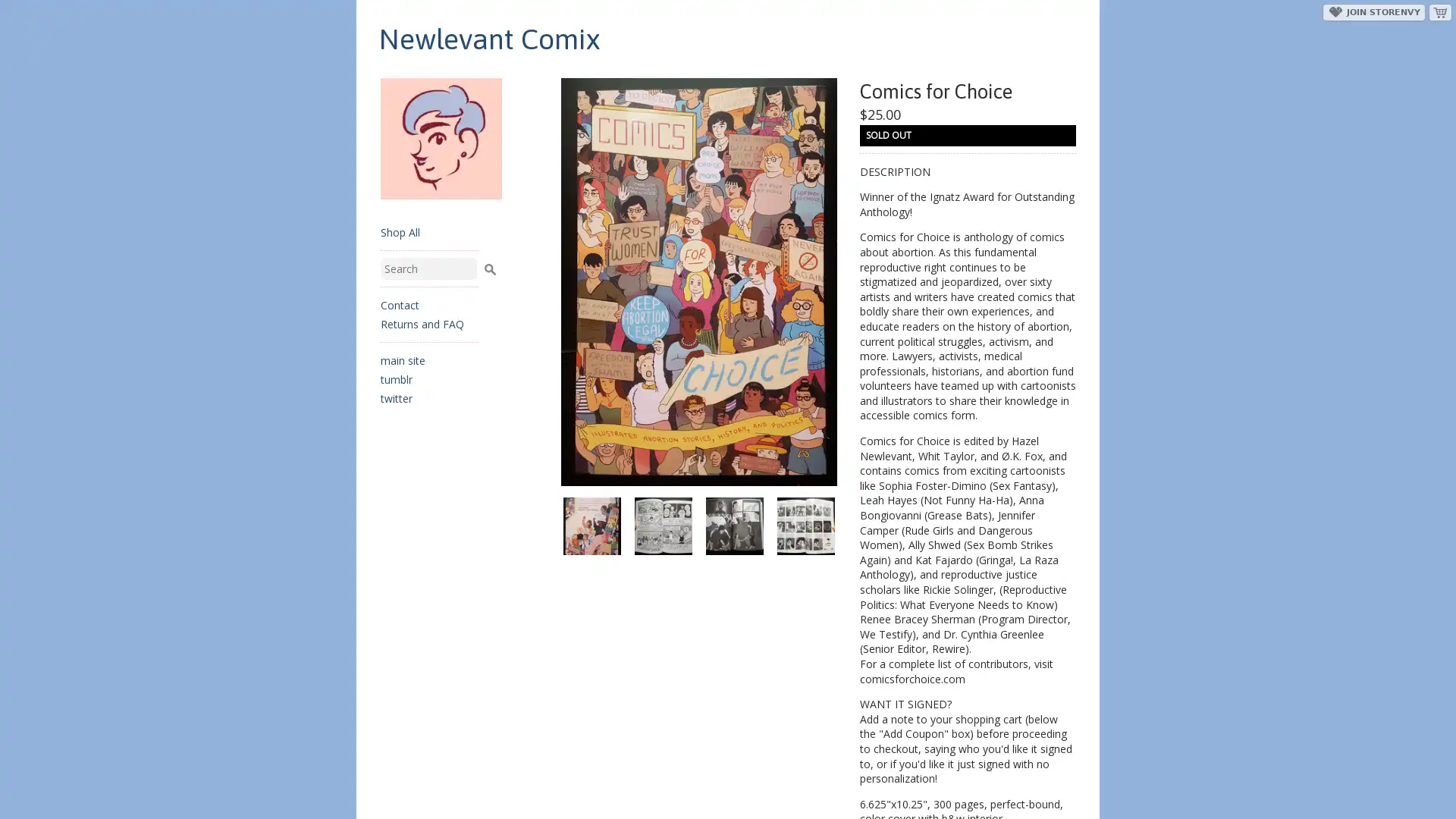 Image resolution: width=1456 pixels, height=819 pixels. I want to click on Search, so click(489, 266).